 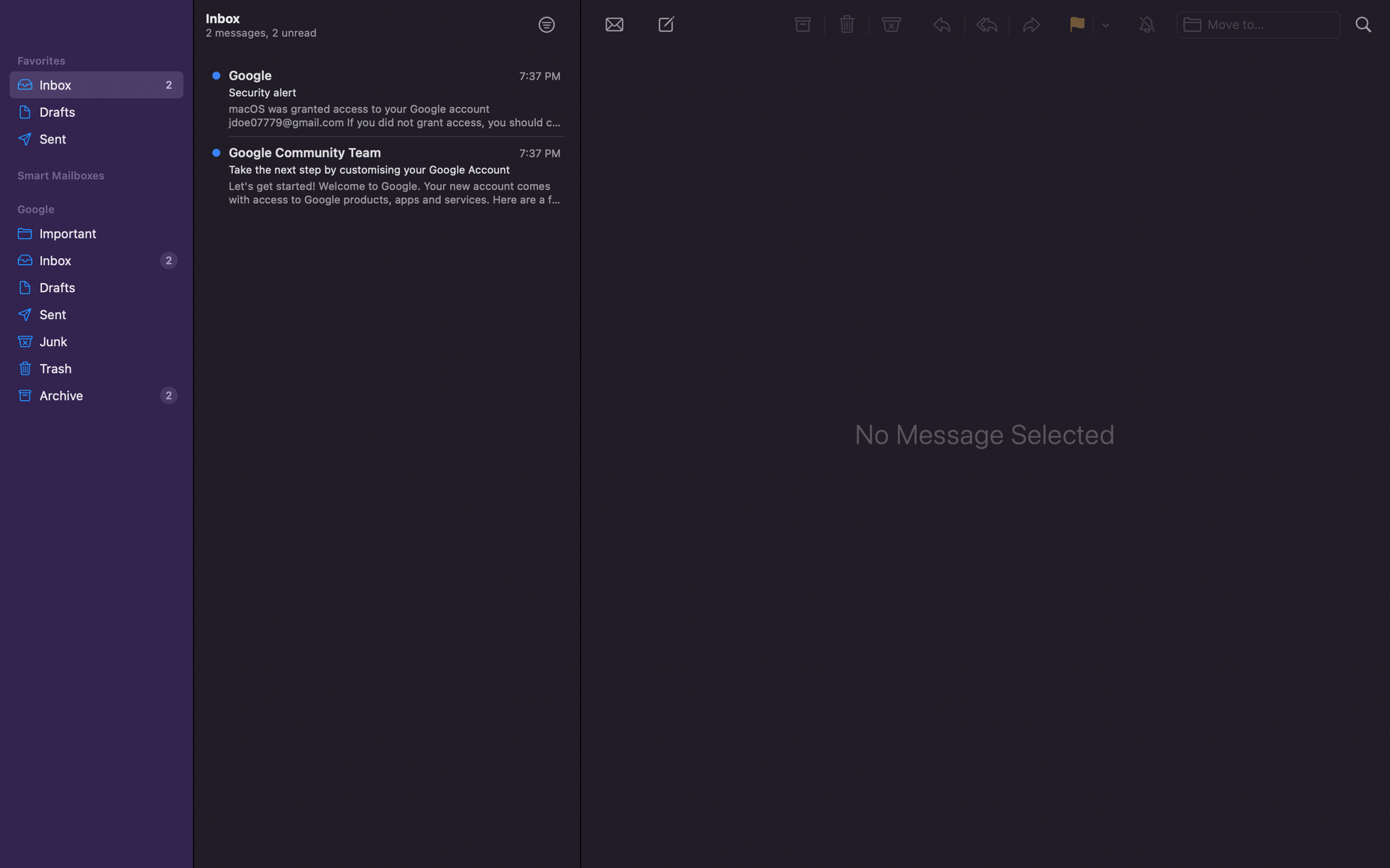 I want to click on the action to proceed the chosen message, so click(x=1032, y=26).